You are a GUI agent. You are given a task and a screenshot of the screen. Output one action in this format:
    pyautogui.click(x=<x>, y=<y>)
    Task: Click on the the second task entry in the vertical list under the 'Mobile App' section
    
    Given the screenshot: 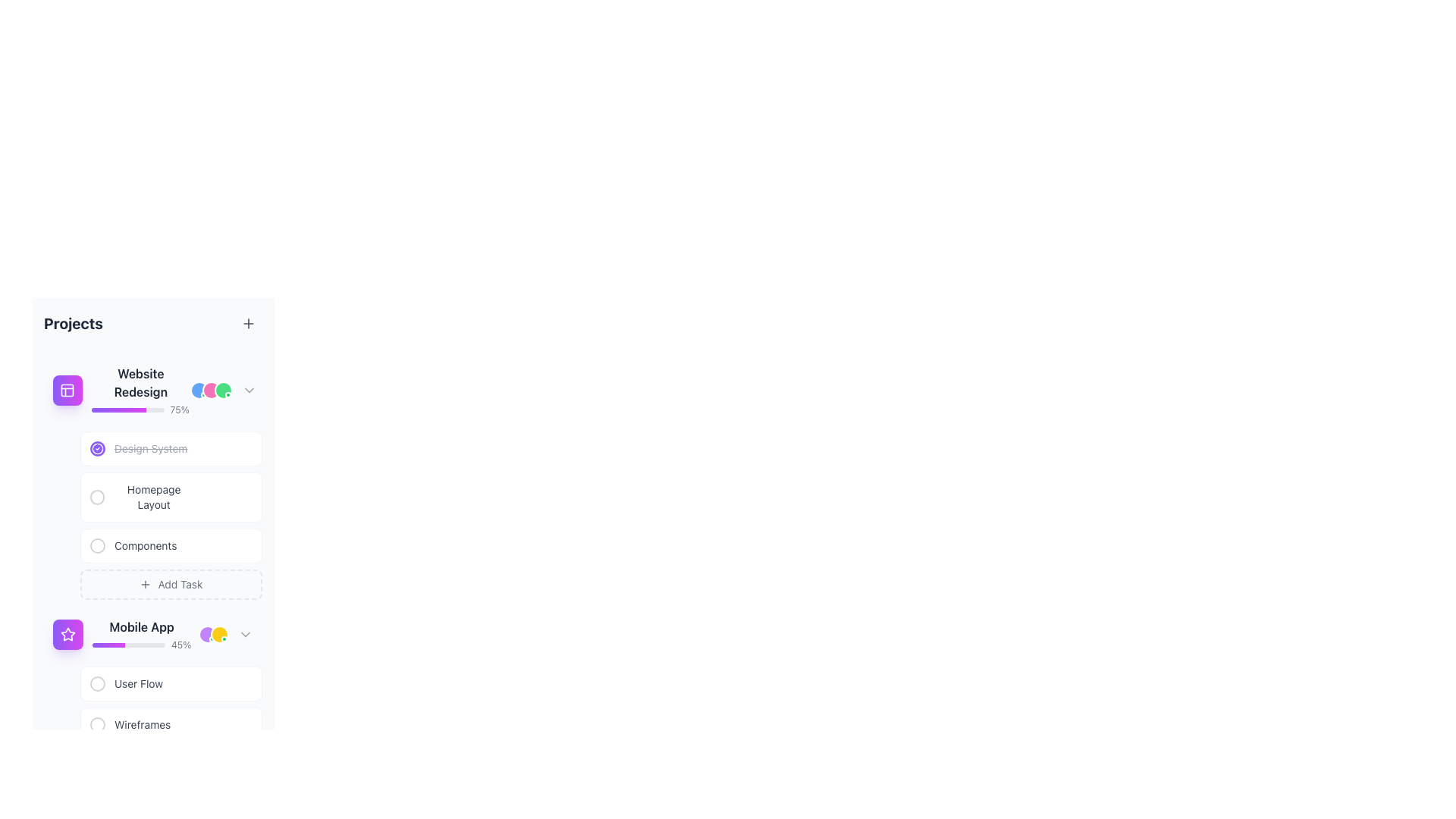 What is the action you would take?
    pyautogui.click(x=171, y=721)
    